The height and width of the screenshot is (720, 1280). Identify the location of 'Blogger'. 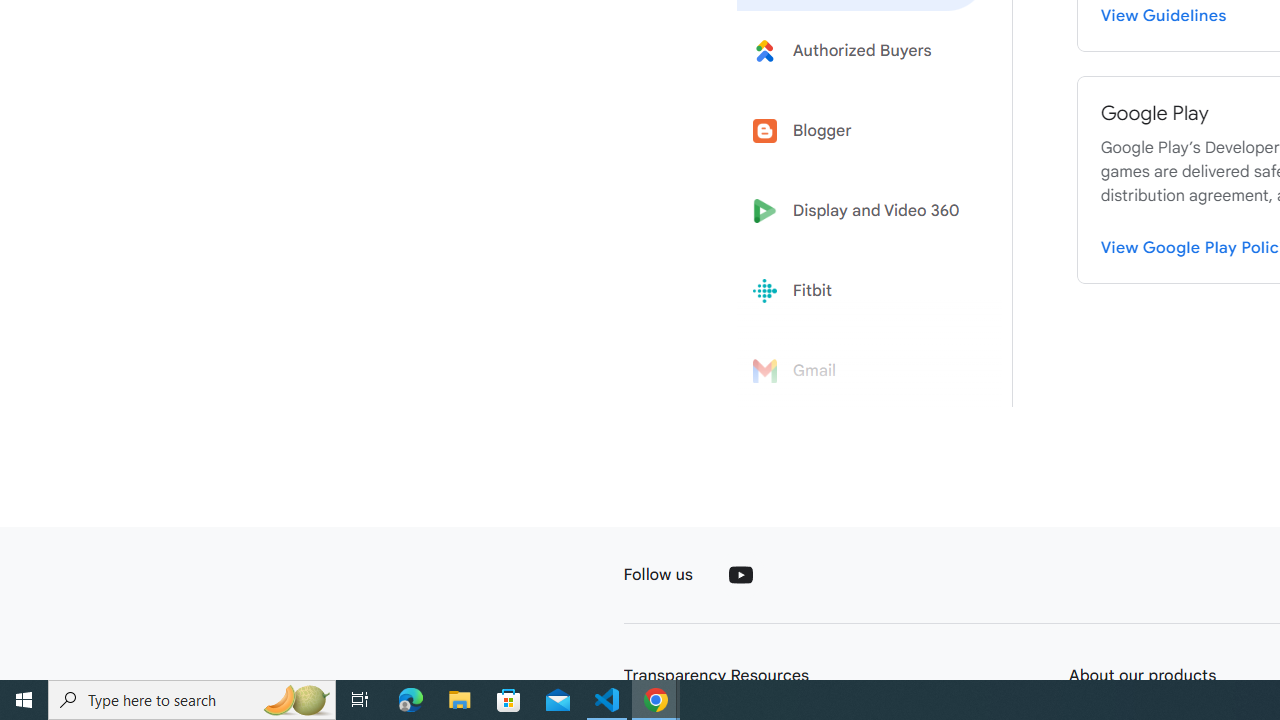
(862, 131).